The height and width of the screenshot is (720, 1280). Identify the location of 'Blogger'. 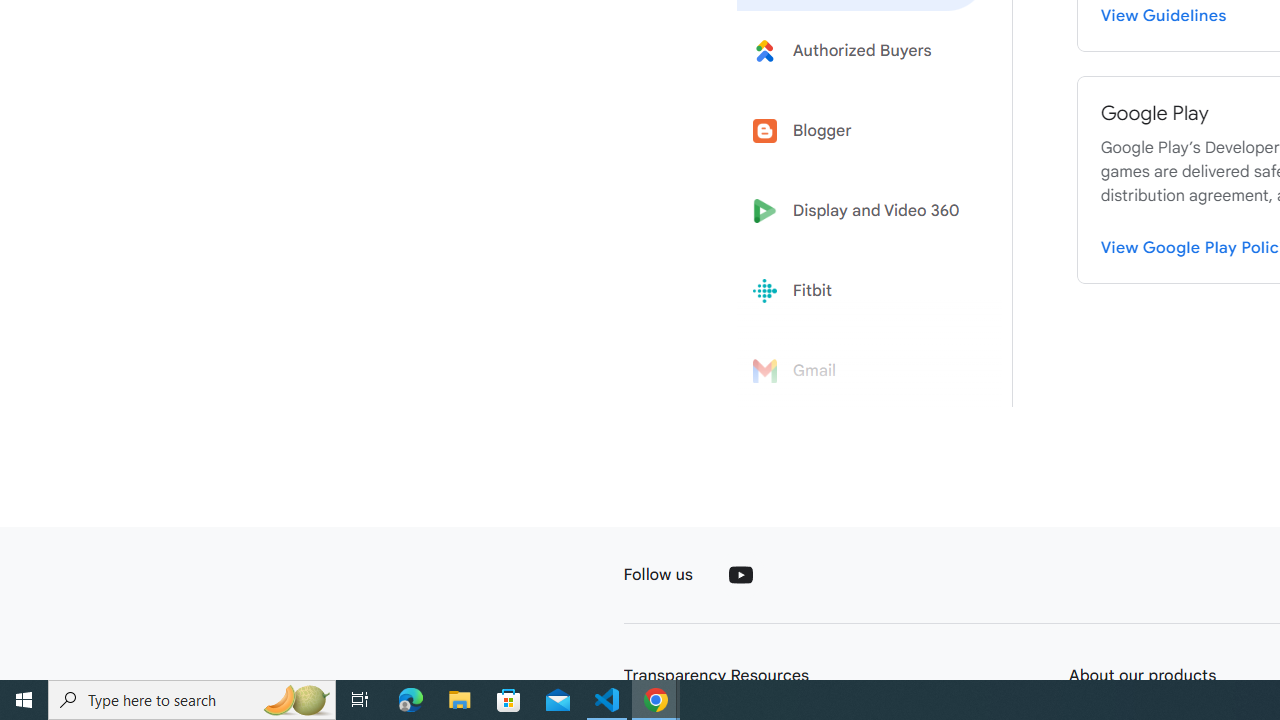
(862, 131).